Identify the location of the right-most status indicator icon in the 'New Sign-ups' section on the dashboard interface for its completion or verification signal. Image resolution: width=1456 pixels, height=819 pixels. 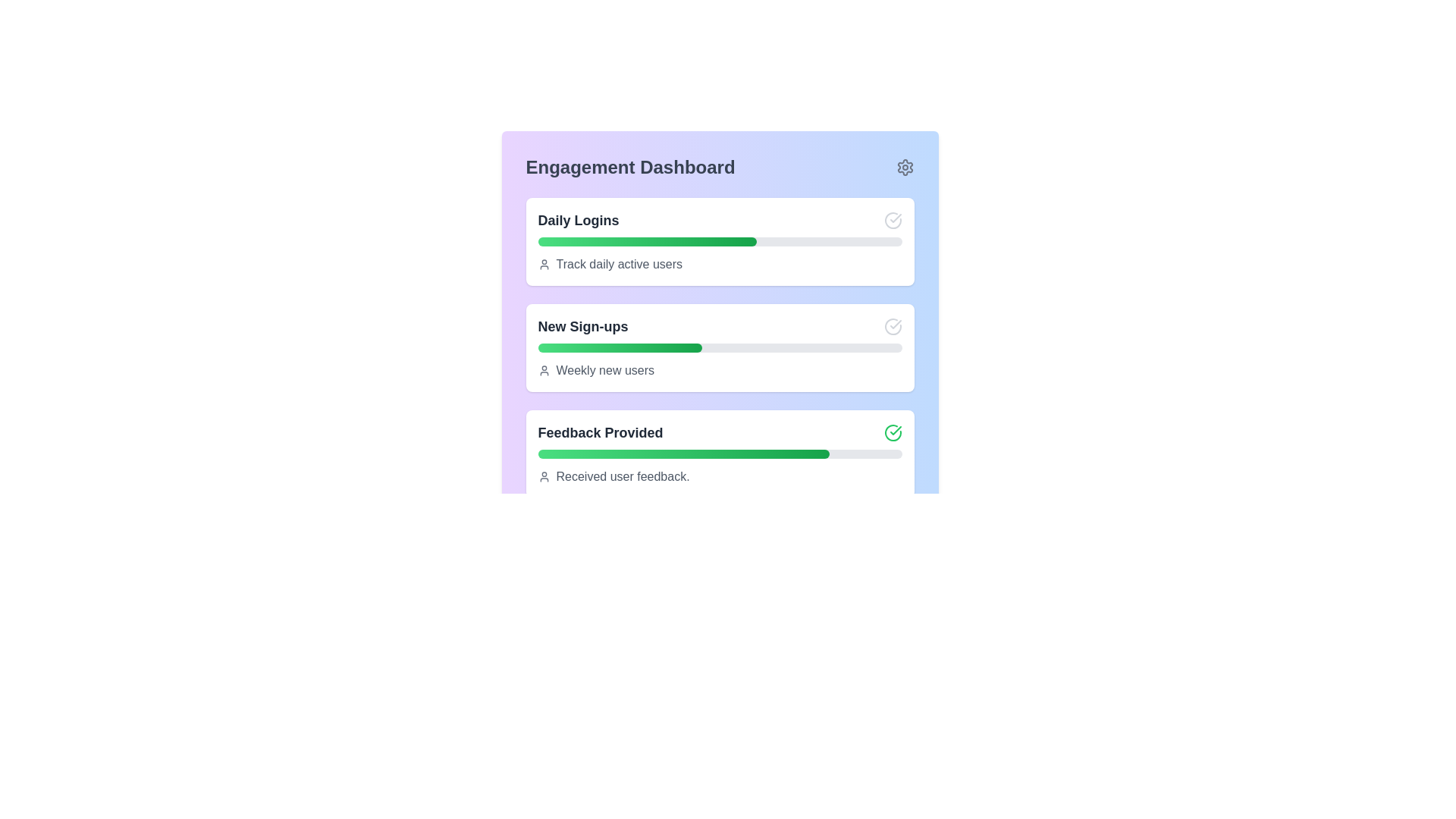
(893, 326).